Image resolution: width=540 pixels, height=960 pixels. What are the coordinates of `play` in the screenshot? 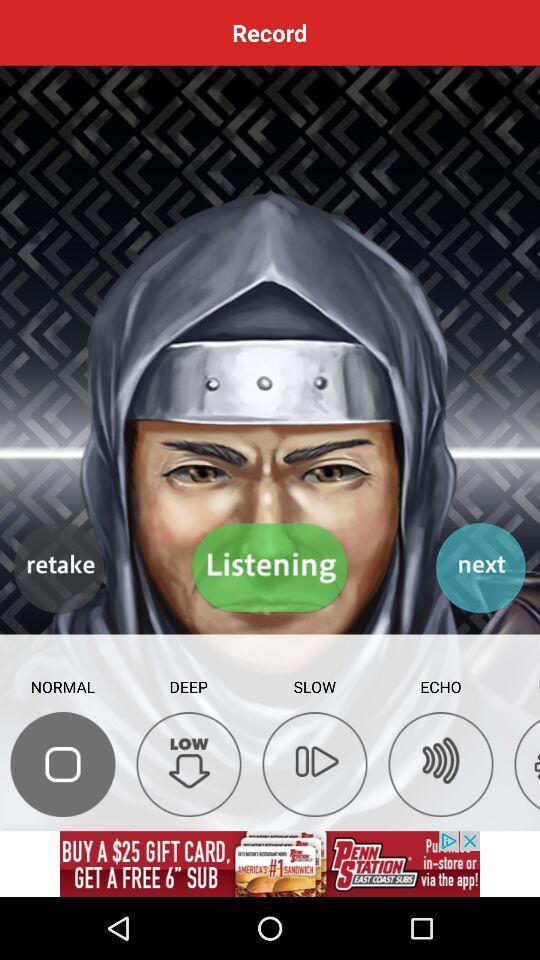 It's located at (270, 568).